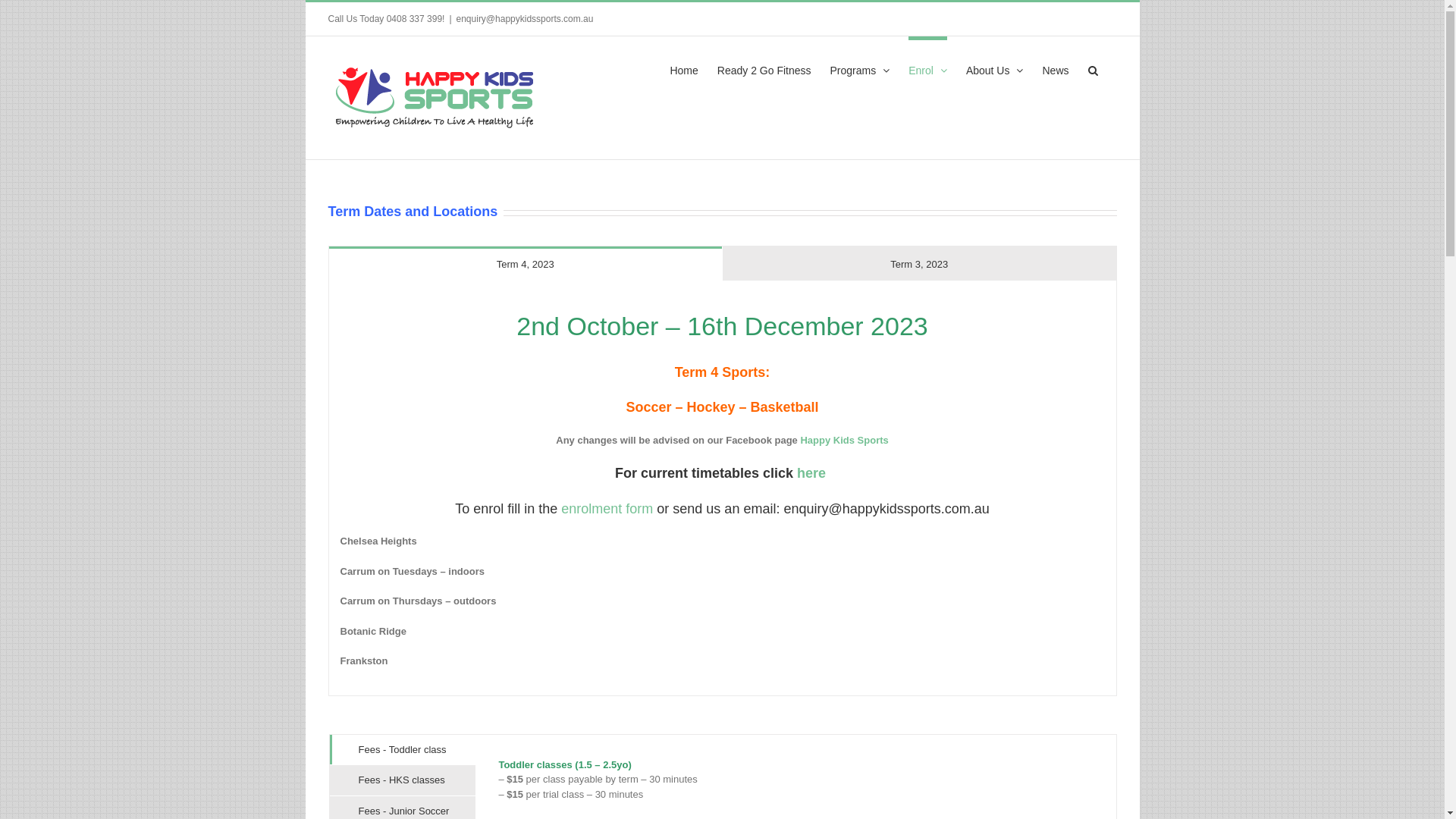  I want to click on 'Ready 2 Go Fitness', so click(764, 67).